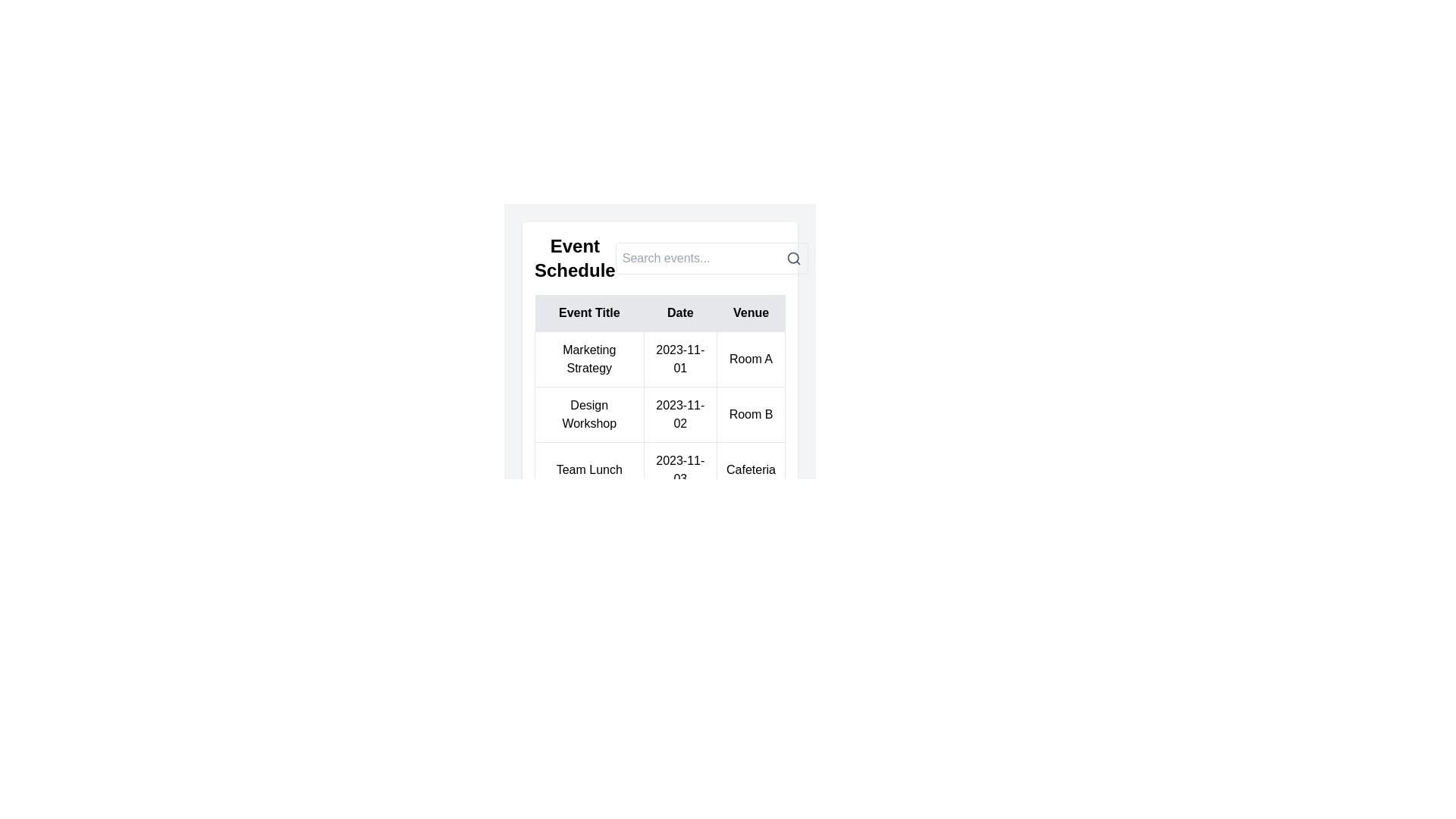  Describe the element at coordinates (679, 415) in the screenshot. I see `the text label displaying the scheduled date for the 'Design Workshop' event, located in the second row under the 'Date' column of the table` at that location.